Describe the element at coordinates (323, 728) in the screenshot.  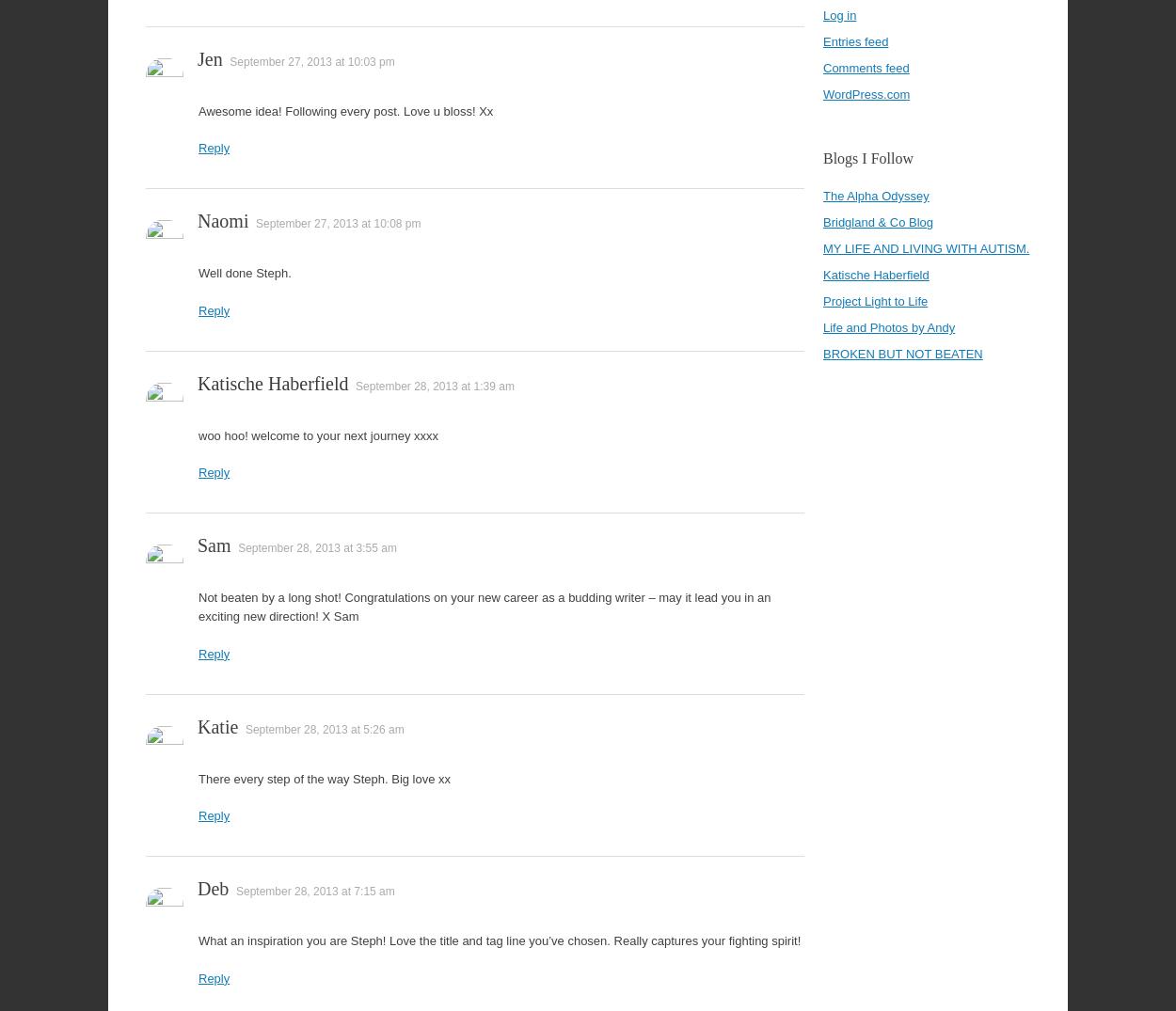
I see `'September 28, 2013 at 5:26 am'` at that location.